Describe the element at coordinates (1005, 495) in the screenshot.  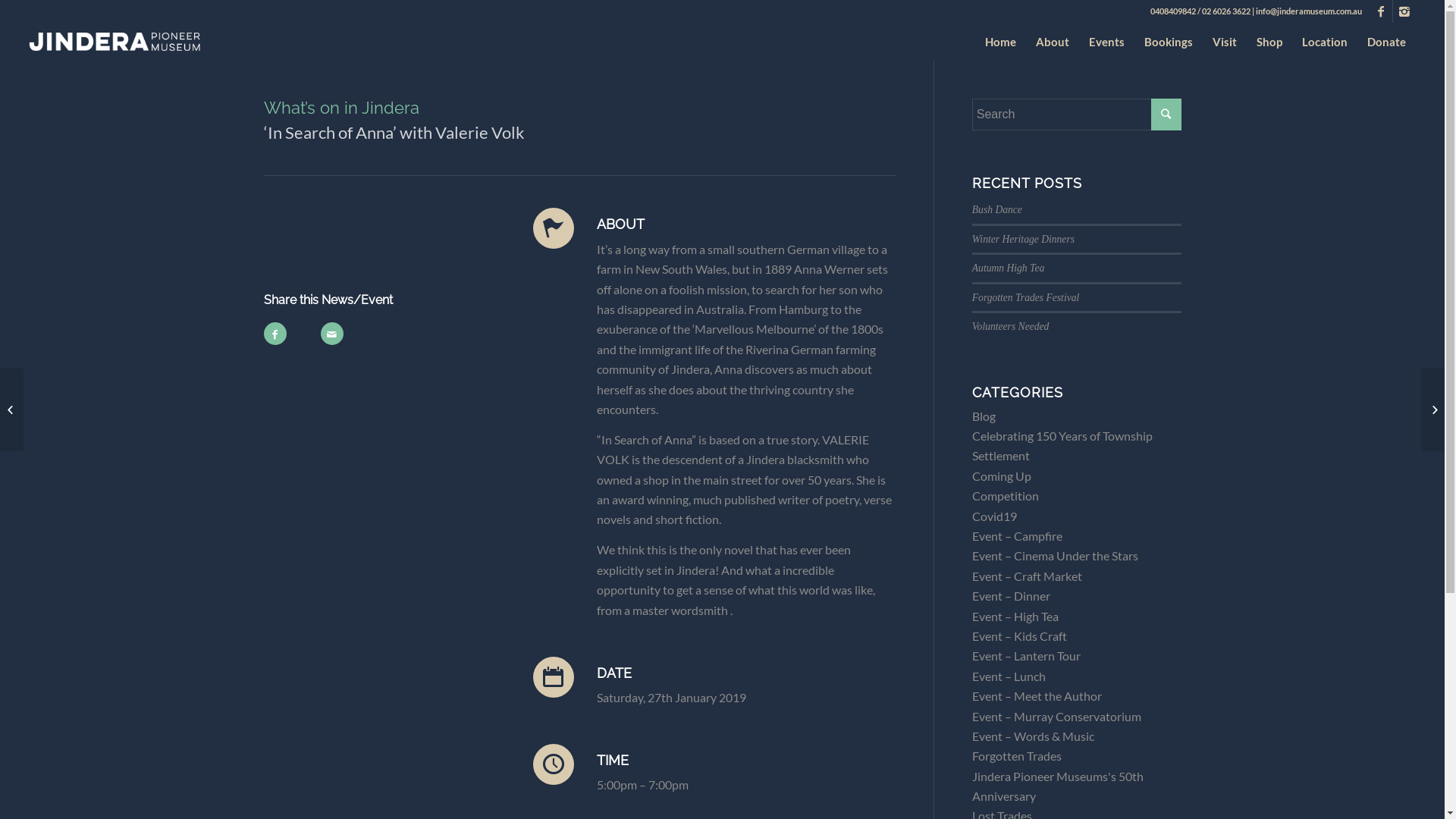
I see `'Competition'` at that location.